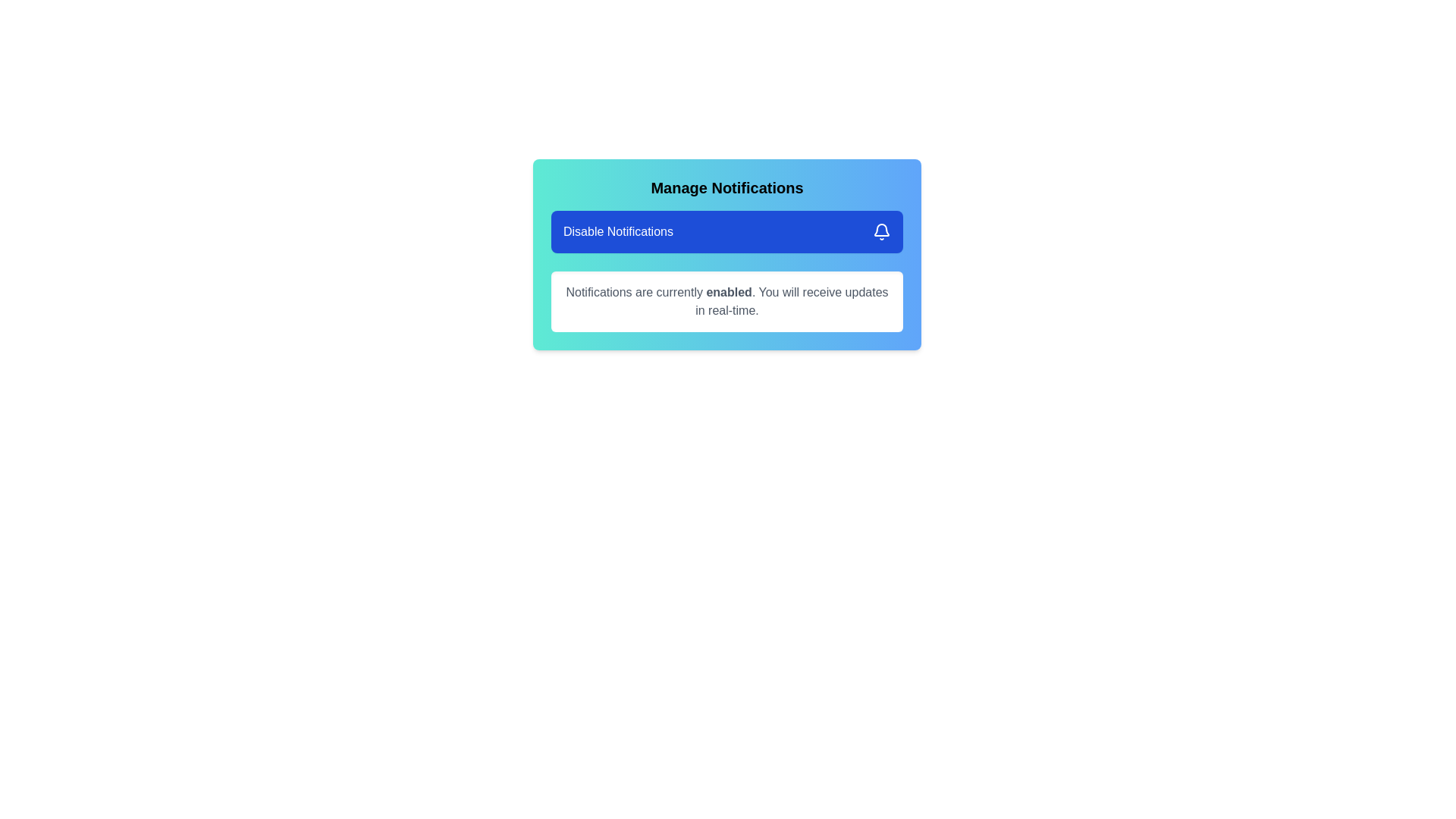 Image resolution: width=1456 pixels, height=819 pixels. Describe the element at coordinates (726, 231) in the screenshot. I see `'Disable Notifications' button to toggle the notification status` at that location.